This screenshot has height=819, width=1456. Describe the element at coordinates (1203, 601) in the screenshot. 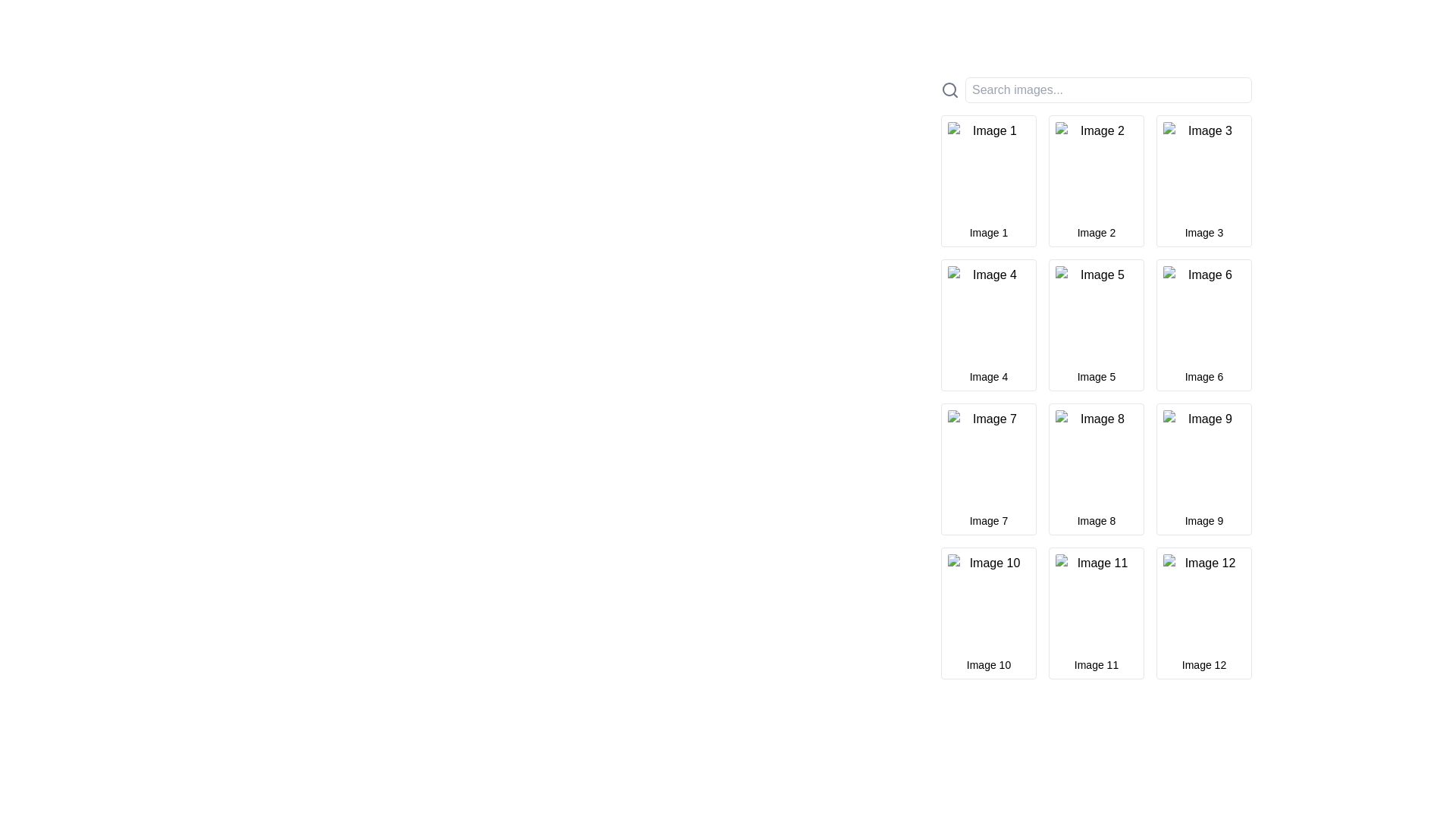

I see `the image thumbnail labeled 'Image 12'` at that location.